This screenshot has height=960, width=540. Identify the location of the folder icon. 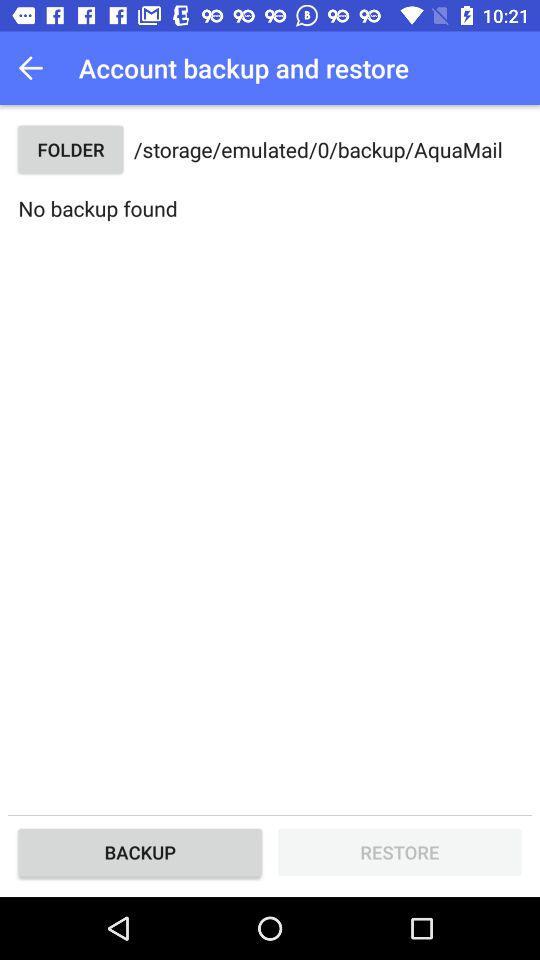
(69, 148).